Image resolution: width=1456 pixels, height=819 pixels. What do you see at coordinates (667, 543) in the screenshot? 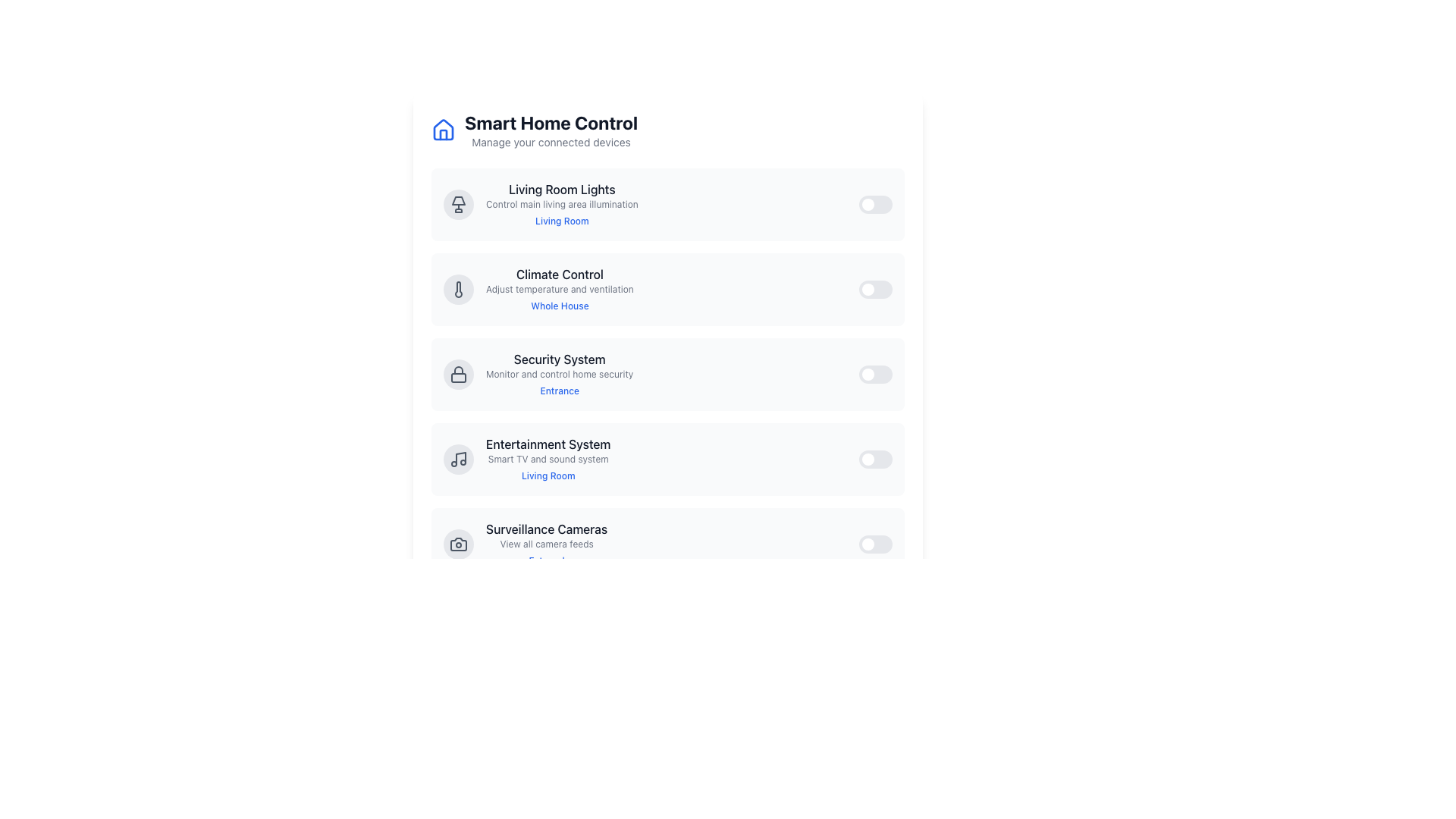
I see `the toggle switch on the right side of the 'Surveillance Cameras' section in the Control panel` at bounding box center [667, 543].